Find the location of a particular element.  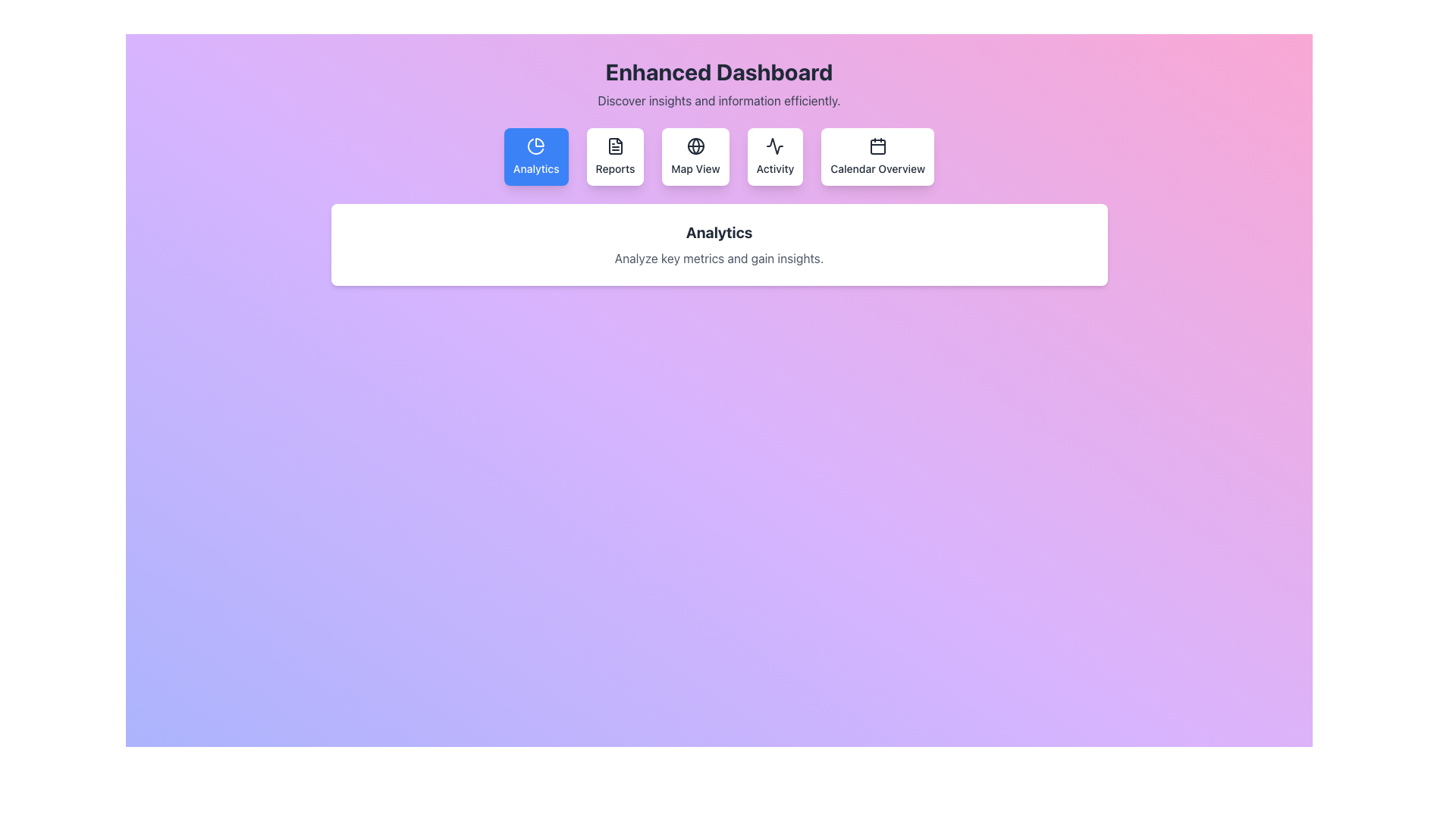

'Calendar Overview' label located below the calendar icon in the card component is located at coordinates (877, 169).